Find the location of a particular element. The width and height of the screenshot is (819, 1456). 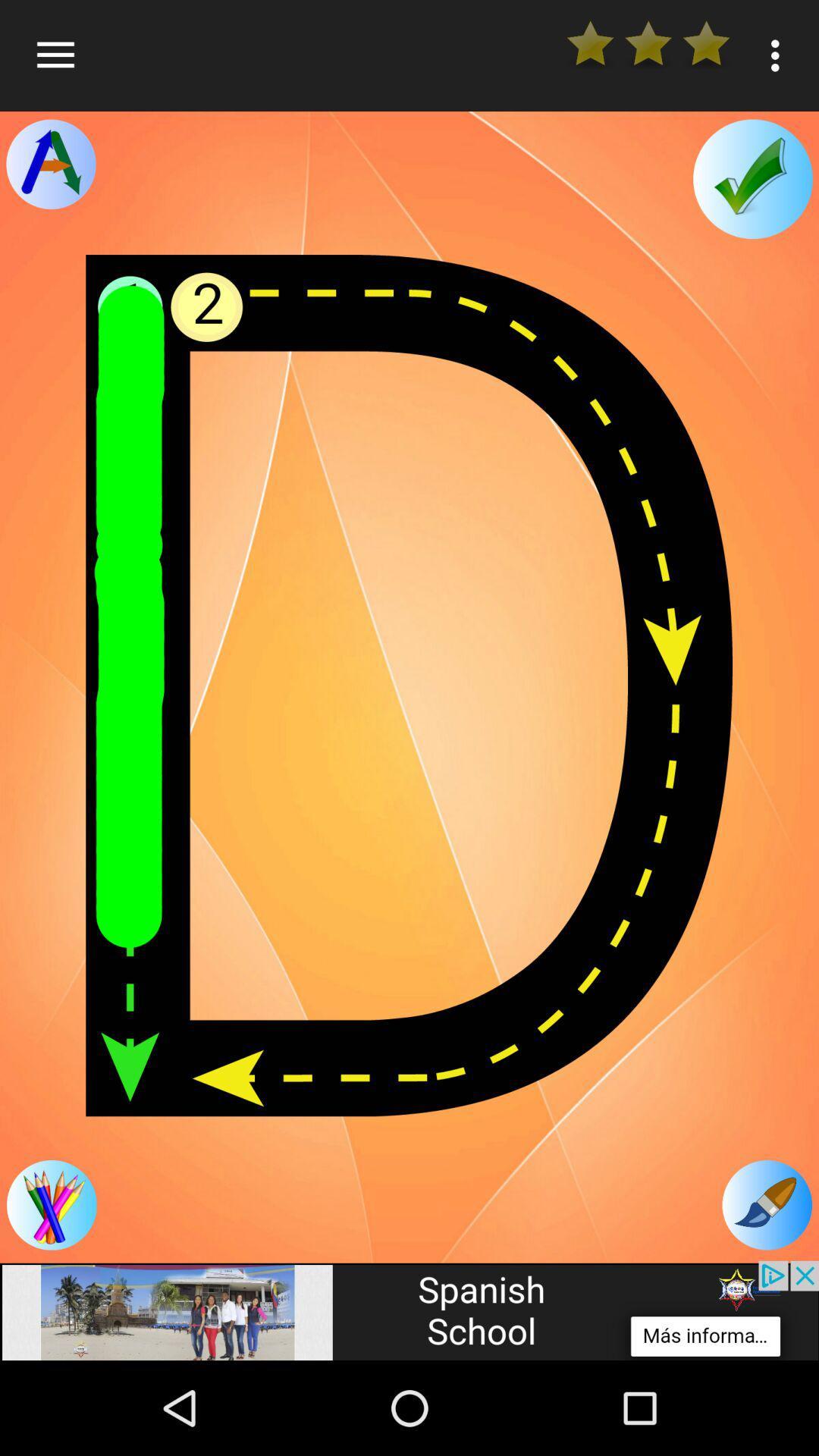

follow the arrows to complete the letter is located at coordinates (51, 1204).